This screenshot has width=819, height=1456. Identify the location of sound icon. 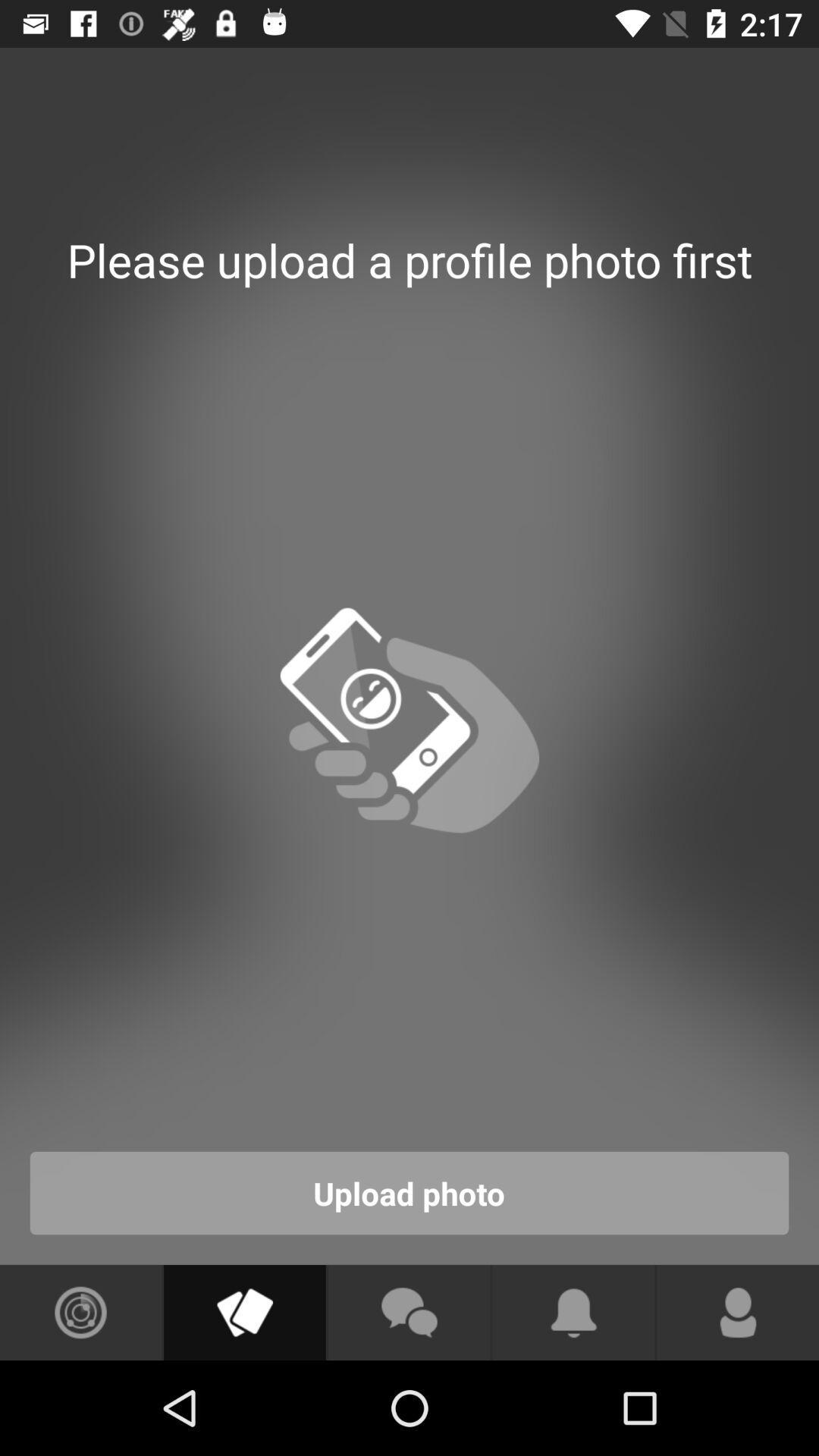
(80, 1312).